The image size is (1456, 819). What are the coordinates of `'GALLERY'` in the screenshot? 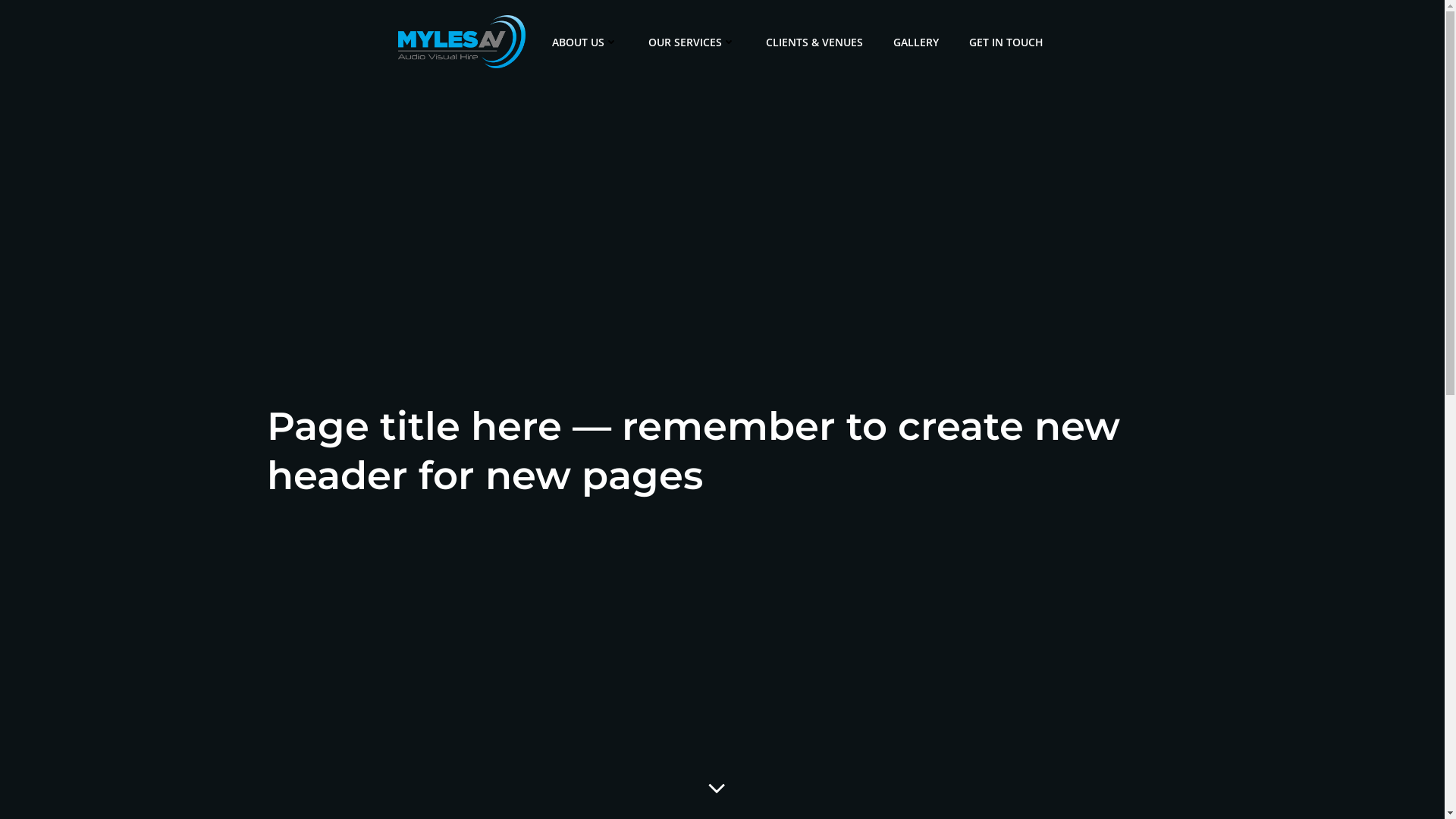 It's located at (915, 40).